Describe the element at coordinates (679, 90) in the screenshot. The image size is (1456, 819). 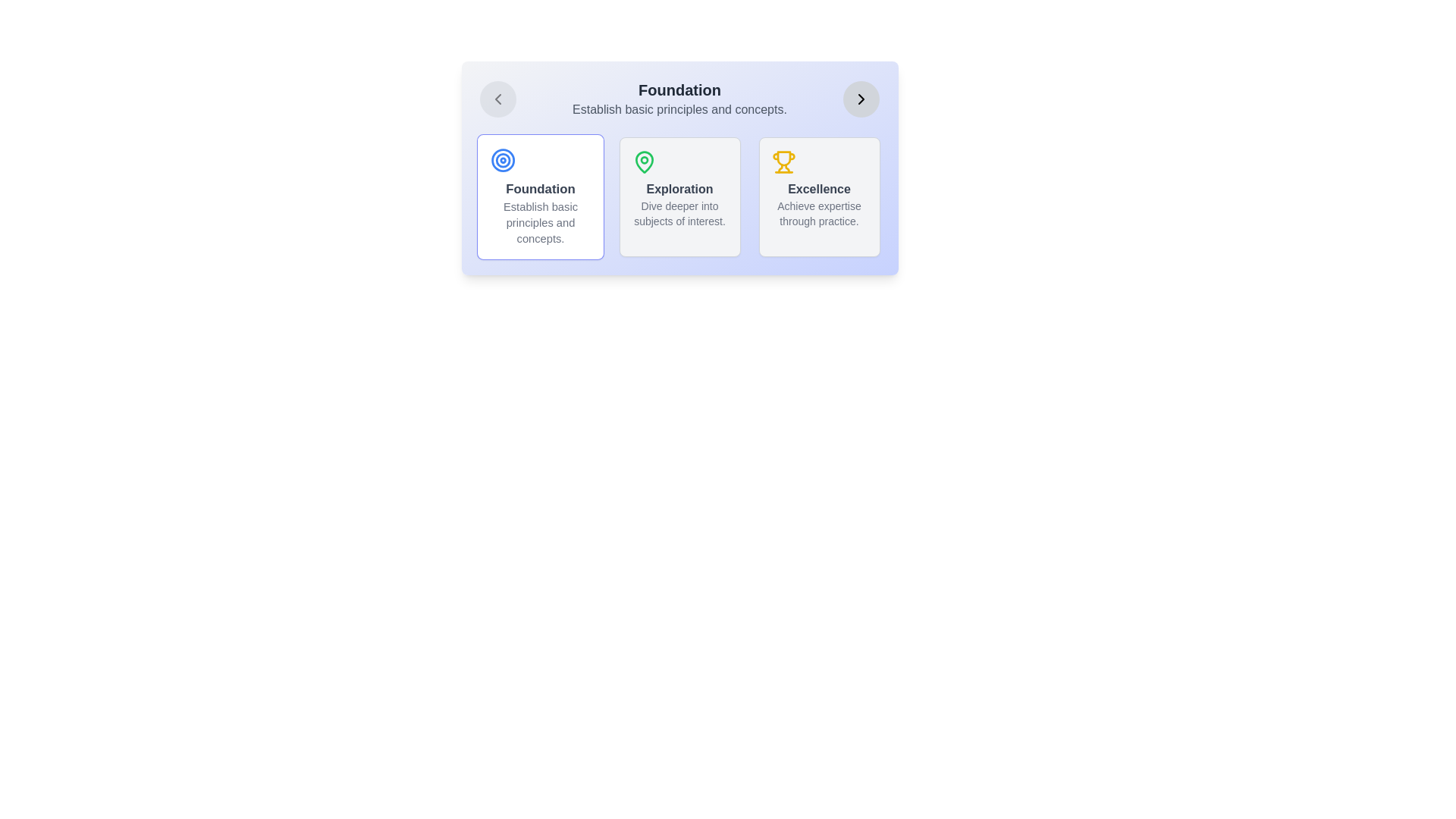
I see `the static text element that serves as a title or header for the section, which displays the text 'Foundation'` at that location.